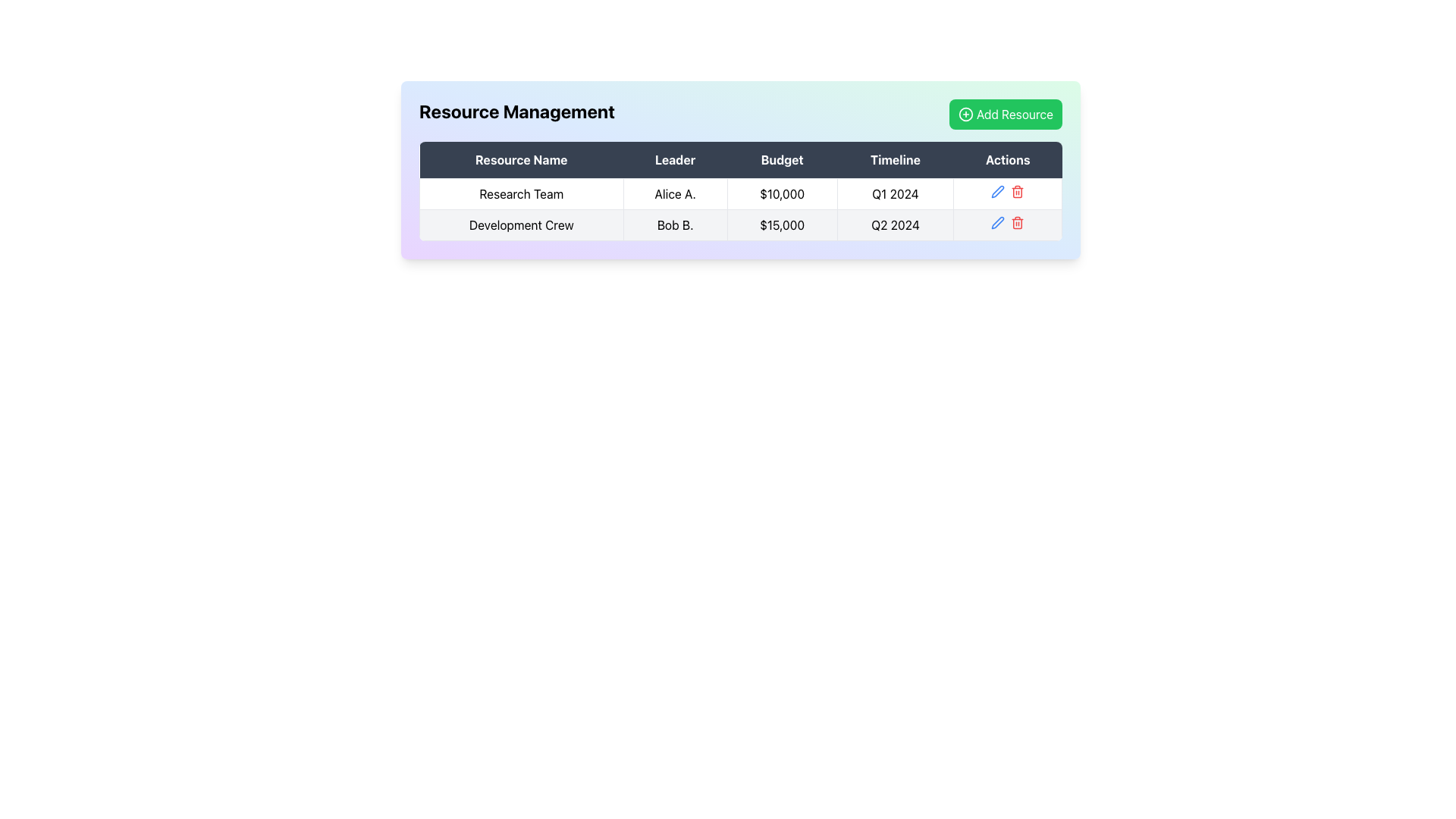 This screenshot has width=1456, height=819. Describe the element at coordinates (998, 191) in the screenshot. I see `the pen icon located in the 'Actions' column of the second row of the table in the Resource Management interface` at that location.